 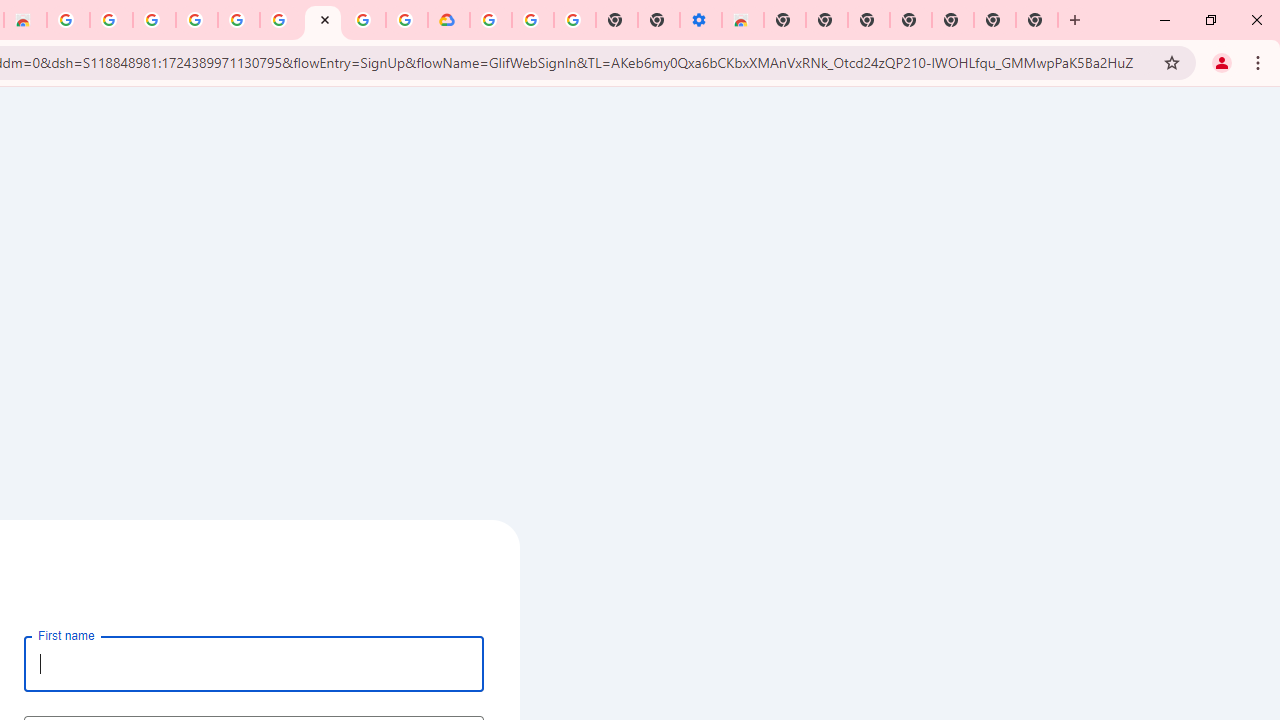 I want to click on 'Sign in - Google Accounts', so click(x=365, y=20).